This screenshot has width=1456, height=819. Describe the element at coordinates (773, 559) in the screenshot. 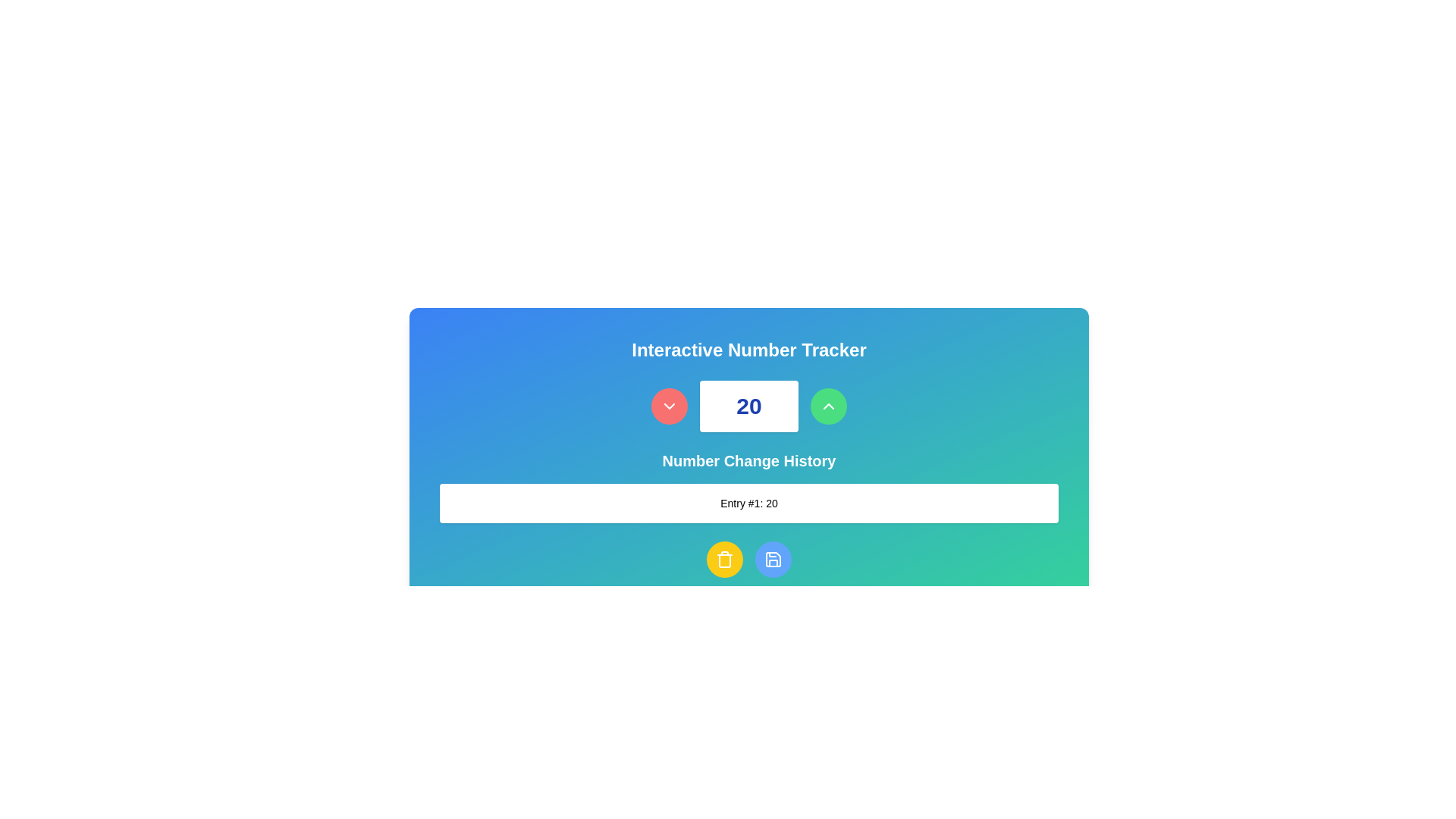

I see `the save icon located within the circular blue button at the bottom center of the interface` at that location.